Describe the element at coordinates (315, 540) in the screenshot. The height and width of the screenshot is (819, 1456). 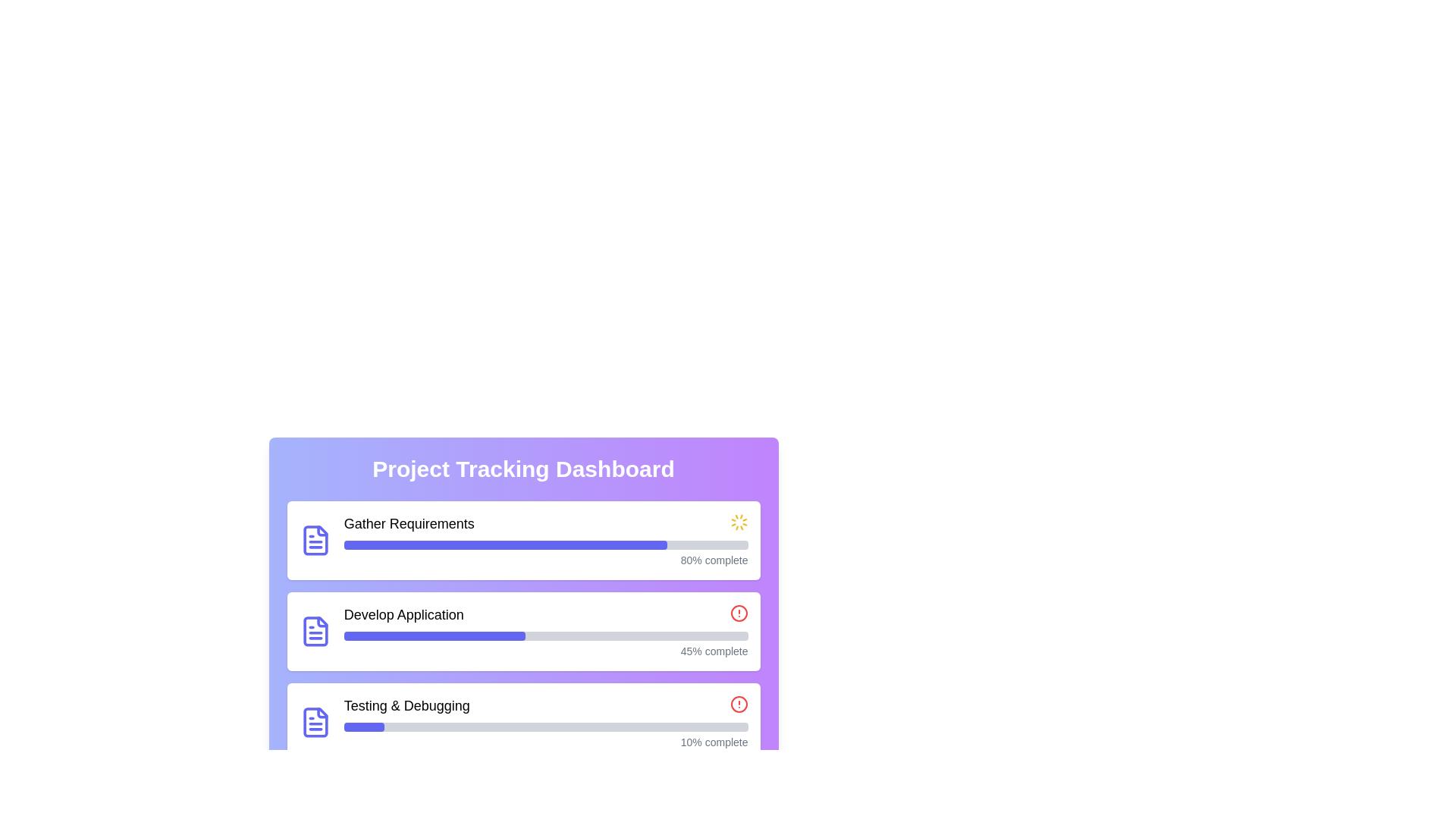
I see `the file icon with indigo accents located at the top-left corner of the 'Gather Requirements' card` at that location.